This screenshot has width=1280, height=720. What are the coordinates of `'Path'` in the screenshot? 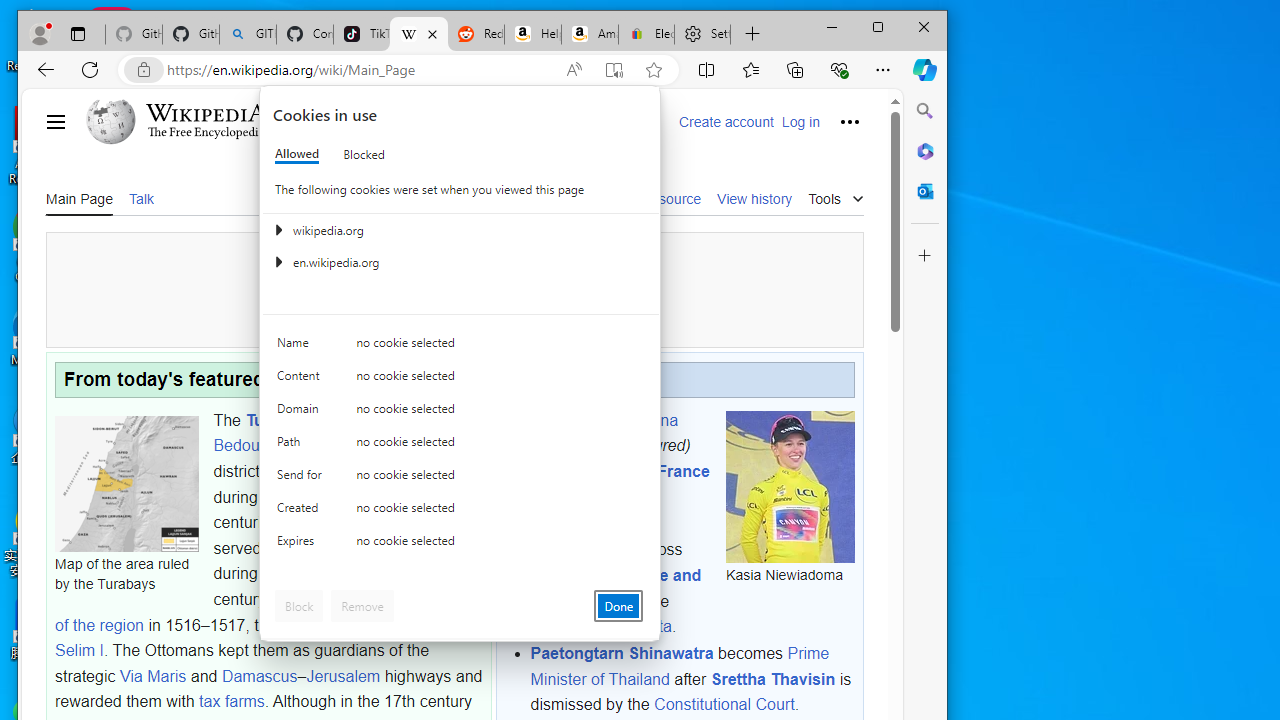 It's located at (301, 445).